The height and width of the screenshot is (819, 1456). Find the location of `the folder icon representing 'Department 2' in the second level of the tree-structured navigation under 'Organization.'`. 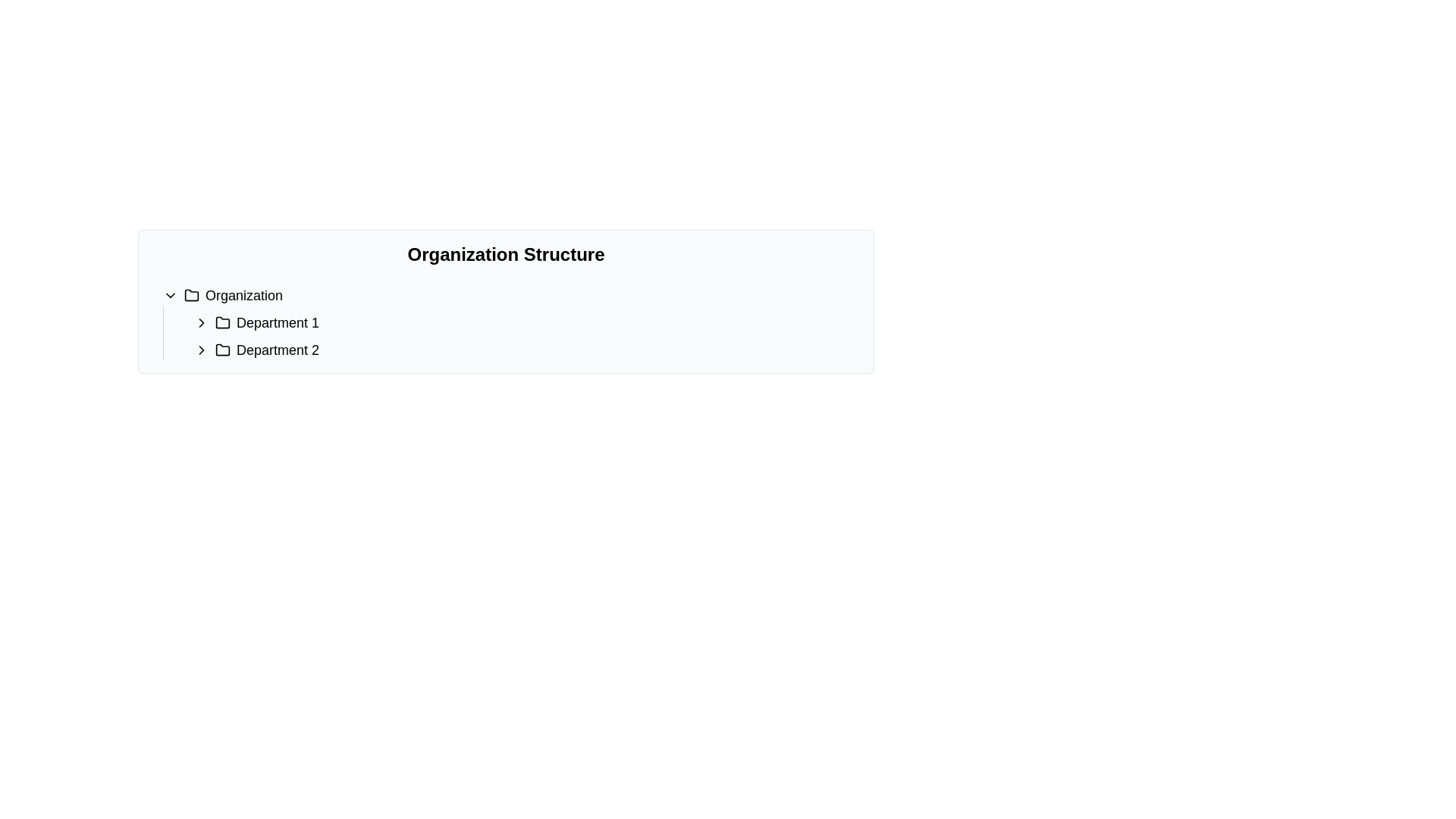

the folder icon representing 'Department 2' in the second level of the tree-structured navigation under 'Organization.' is located at coordinates (221, 350).